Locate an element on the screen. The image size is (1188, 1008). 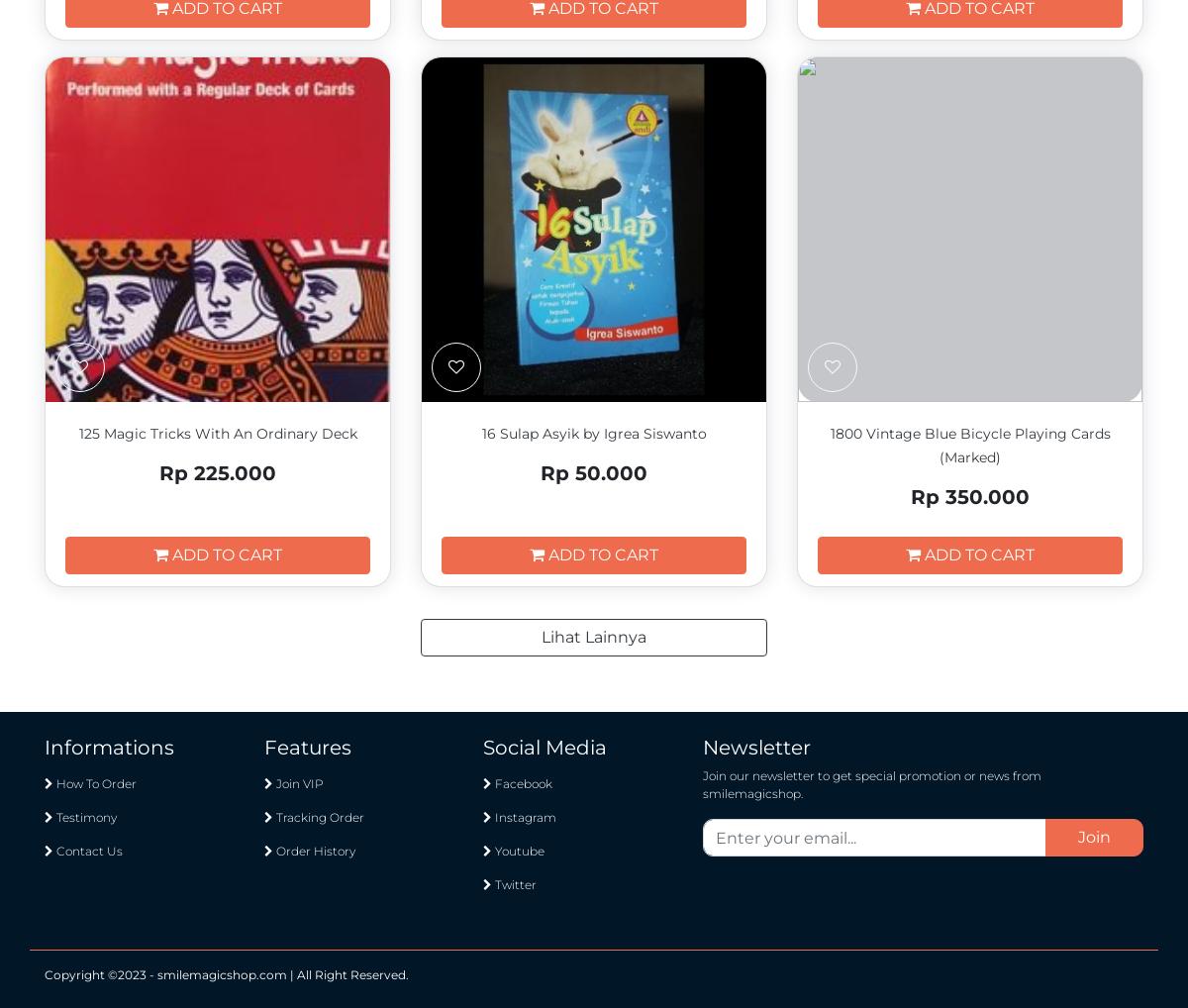
'Testimony' is located at coordinates (85, 816).